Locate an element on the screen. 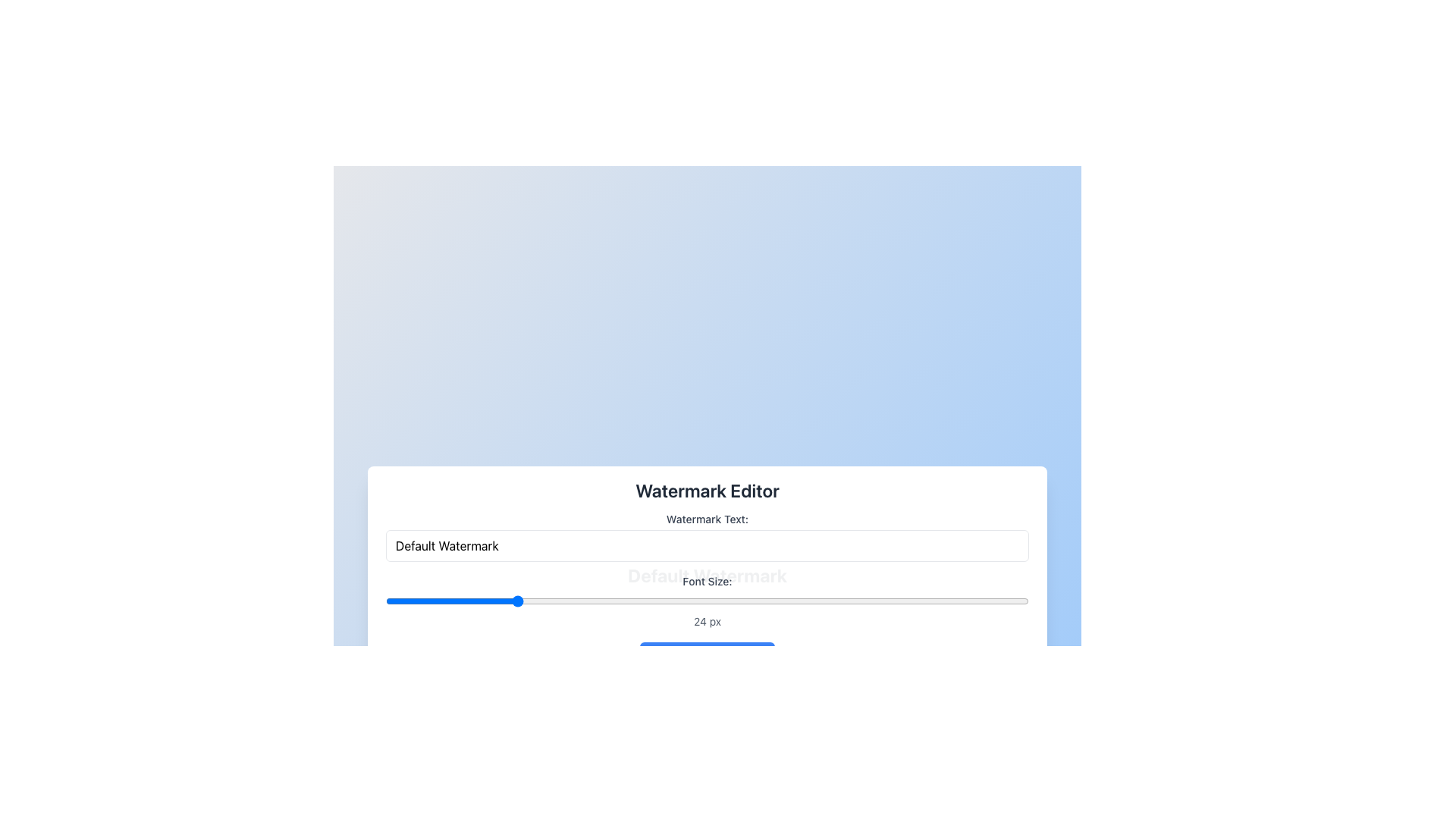 Image resolution: width=1456 pixels, height=819 pixels. the font size is located at coordinates (395, 601).